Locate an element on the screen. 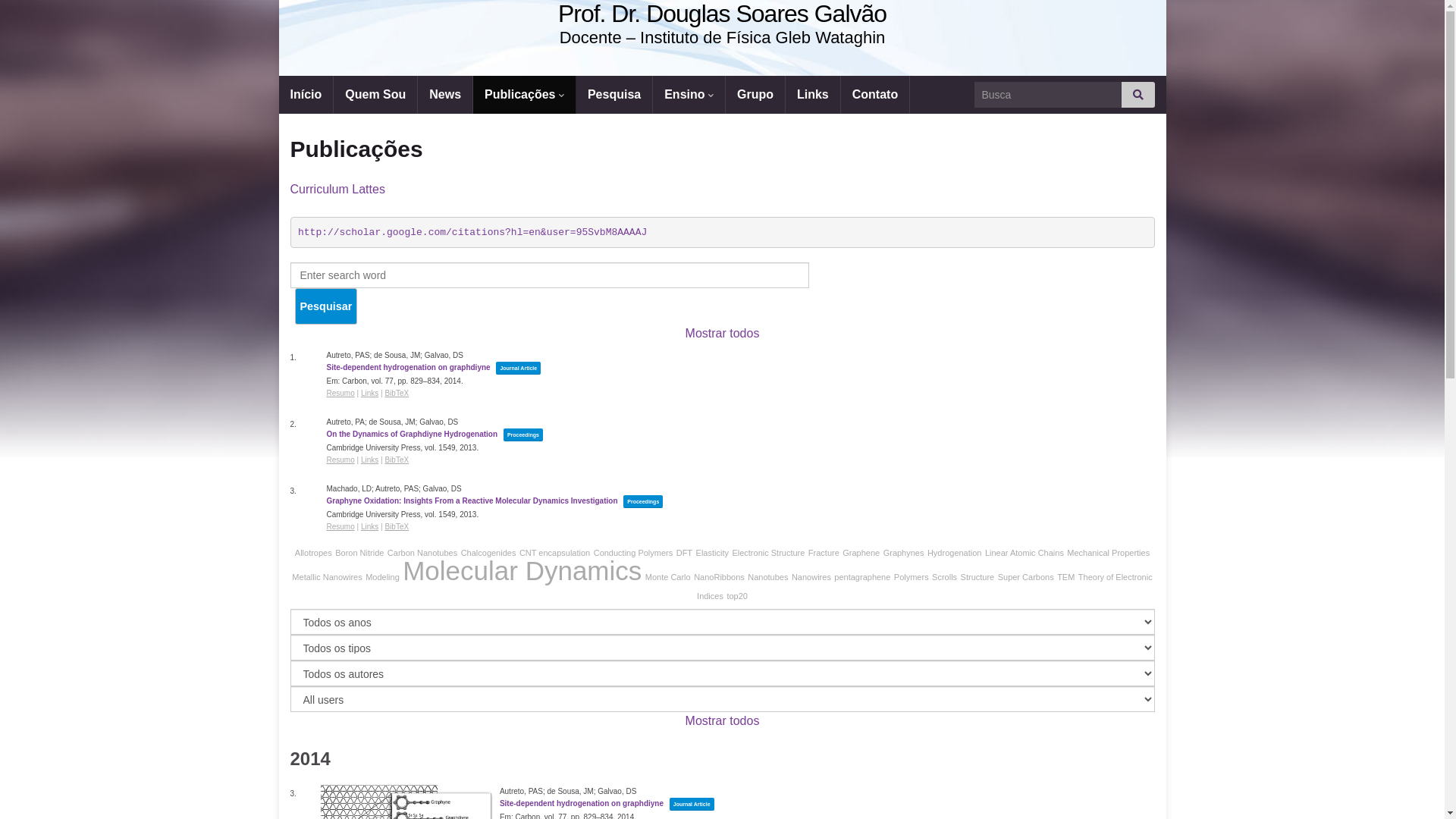 Image resolution: width=1456 pixels, height=819 pixels. 'Graphynes' is located at coordinates (883, 553).